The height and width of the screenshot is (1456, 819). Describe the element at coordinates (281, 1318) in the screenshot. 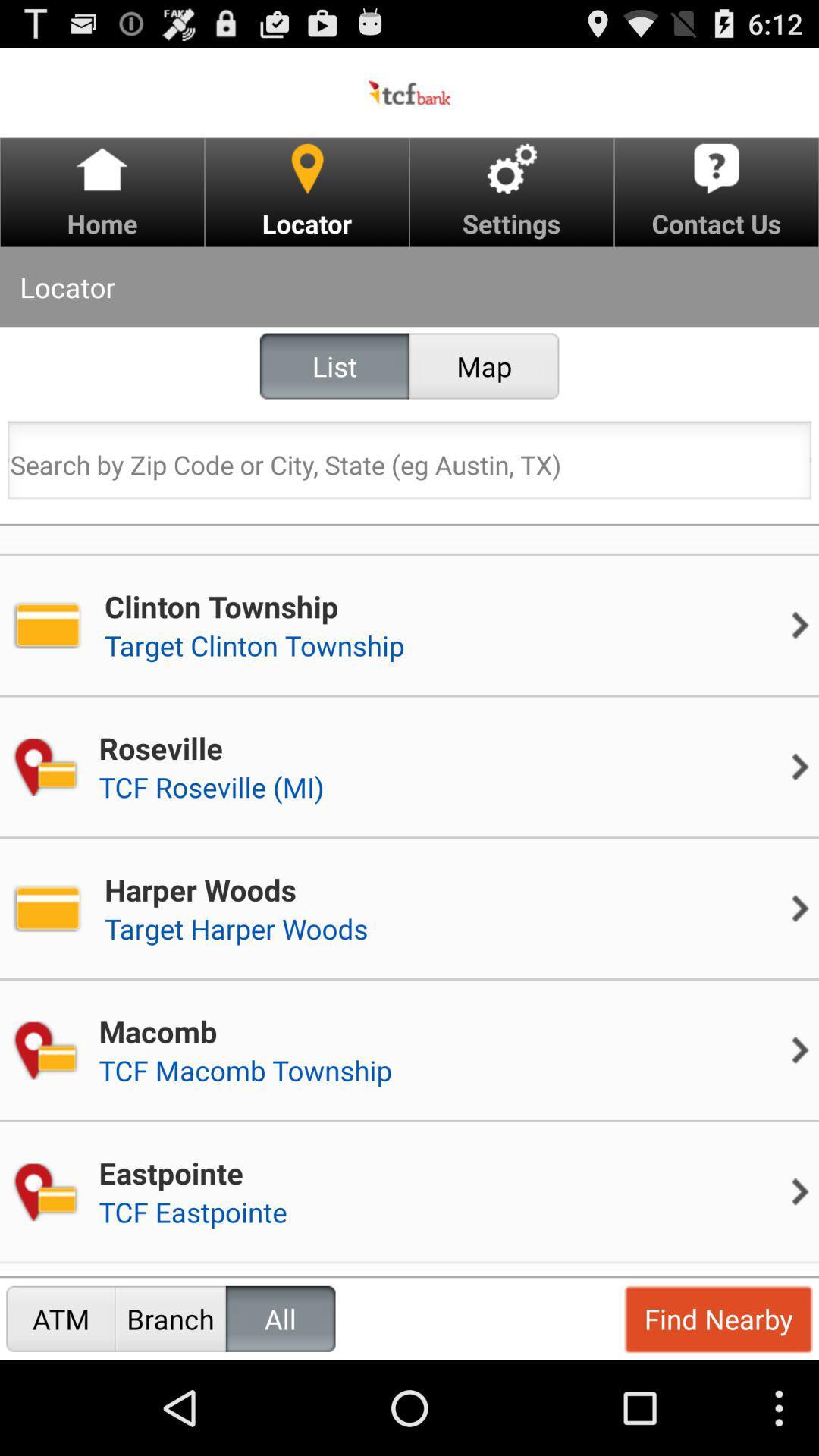

I see `all icon` at that location.